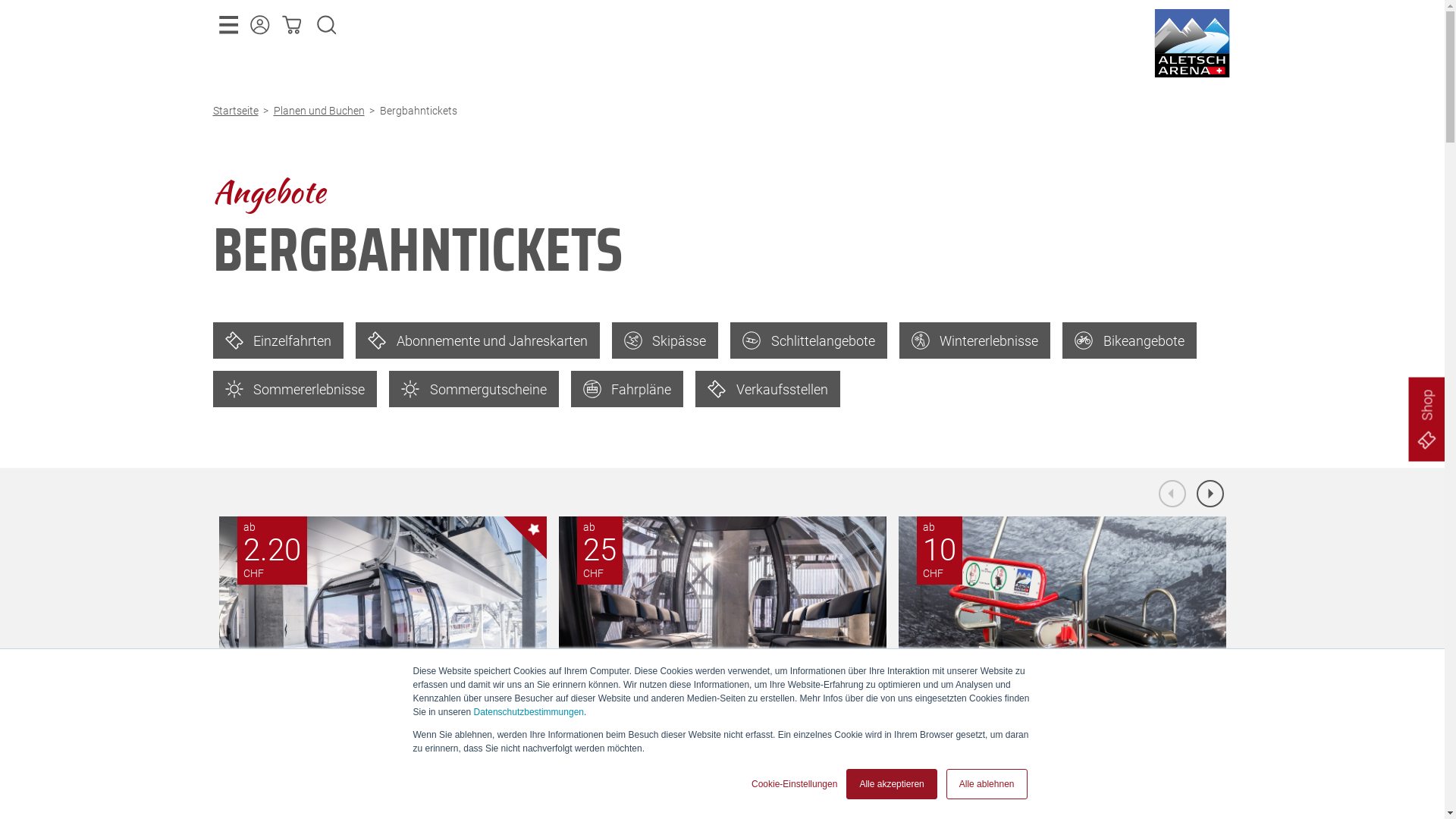 The height and width of the screenshot is (819, 1456). I want to click on 'Bikeangebote', so click(1129, 339).